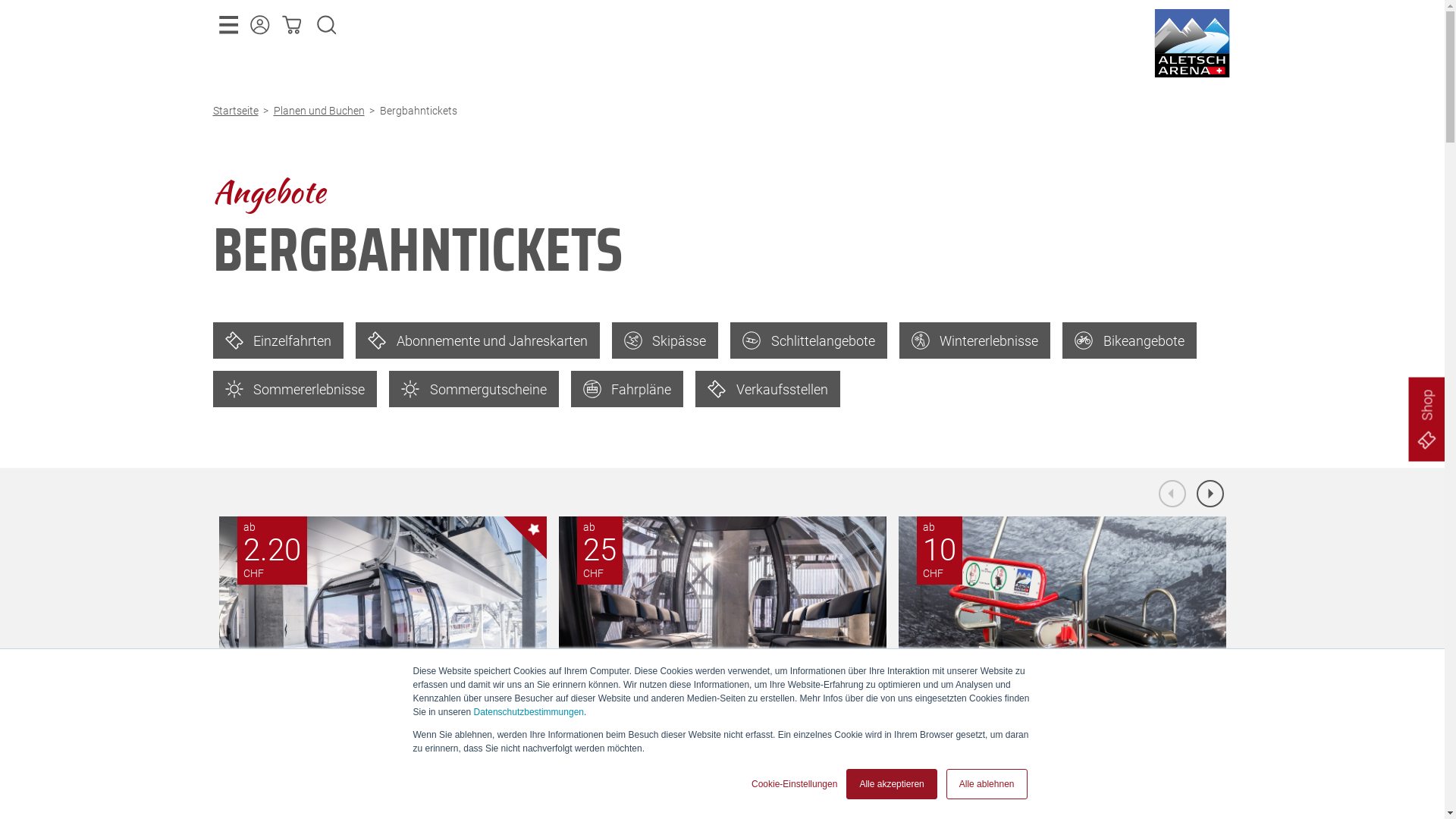 The height and width of the screenshot is (819, 1456). I want to click on 'Bikeangebote', so click(1129, 339).